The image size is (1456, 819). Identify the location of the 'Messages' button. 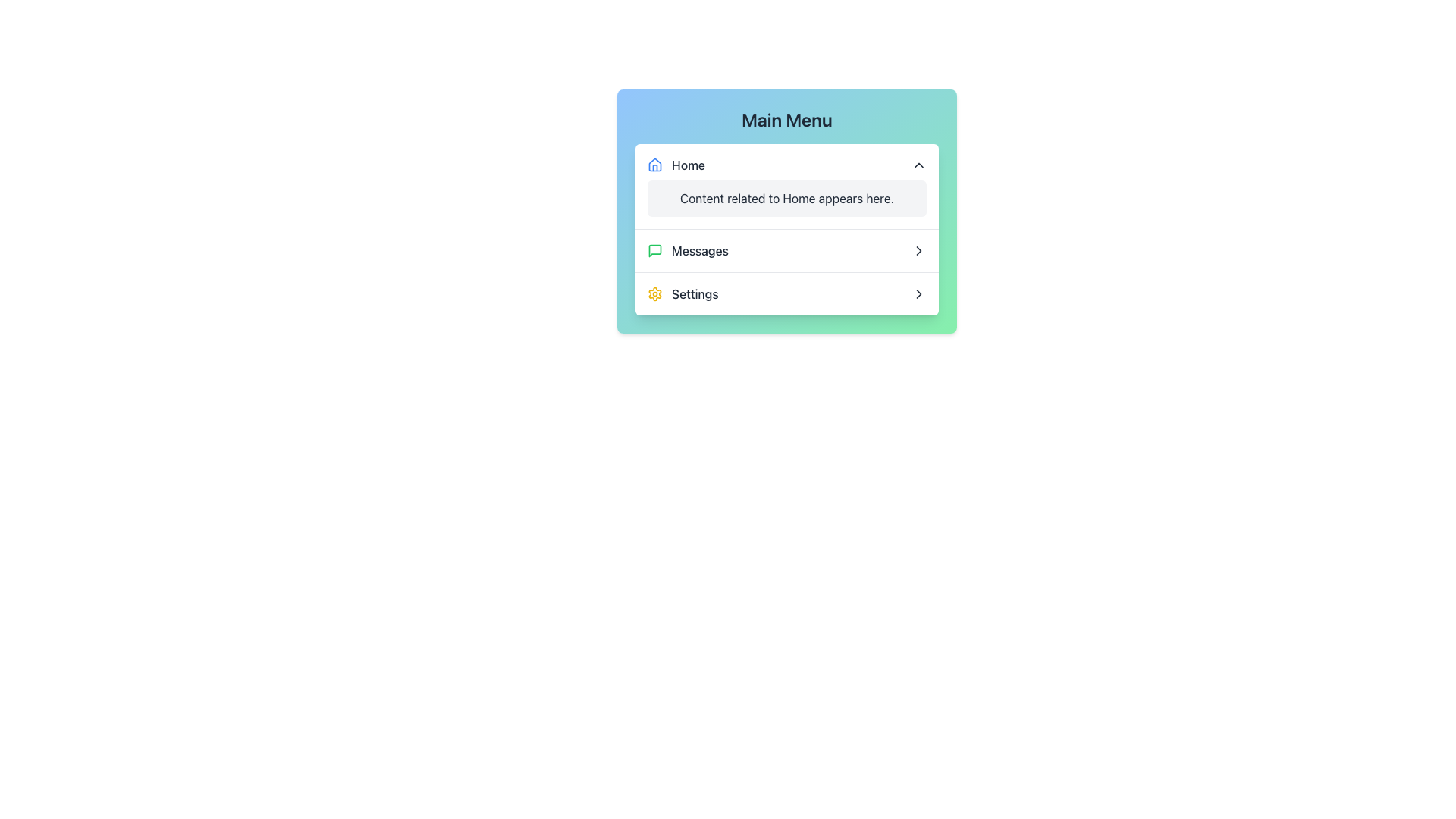
(786, 249).